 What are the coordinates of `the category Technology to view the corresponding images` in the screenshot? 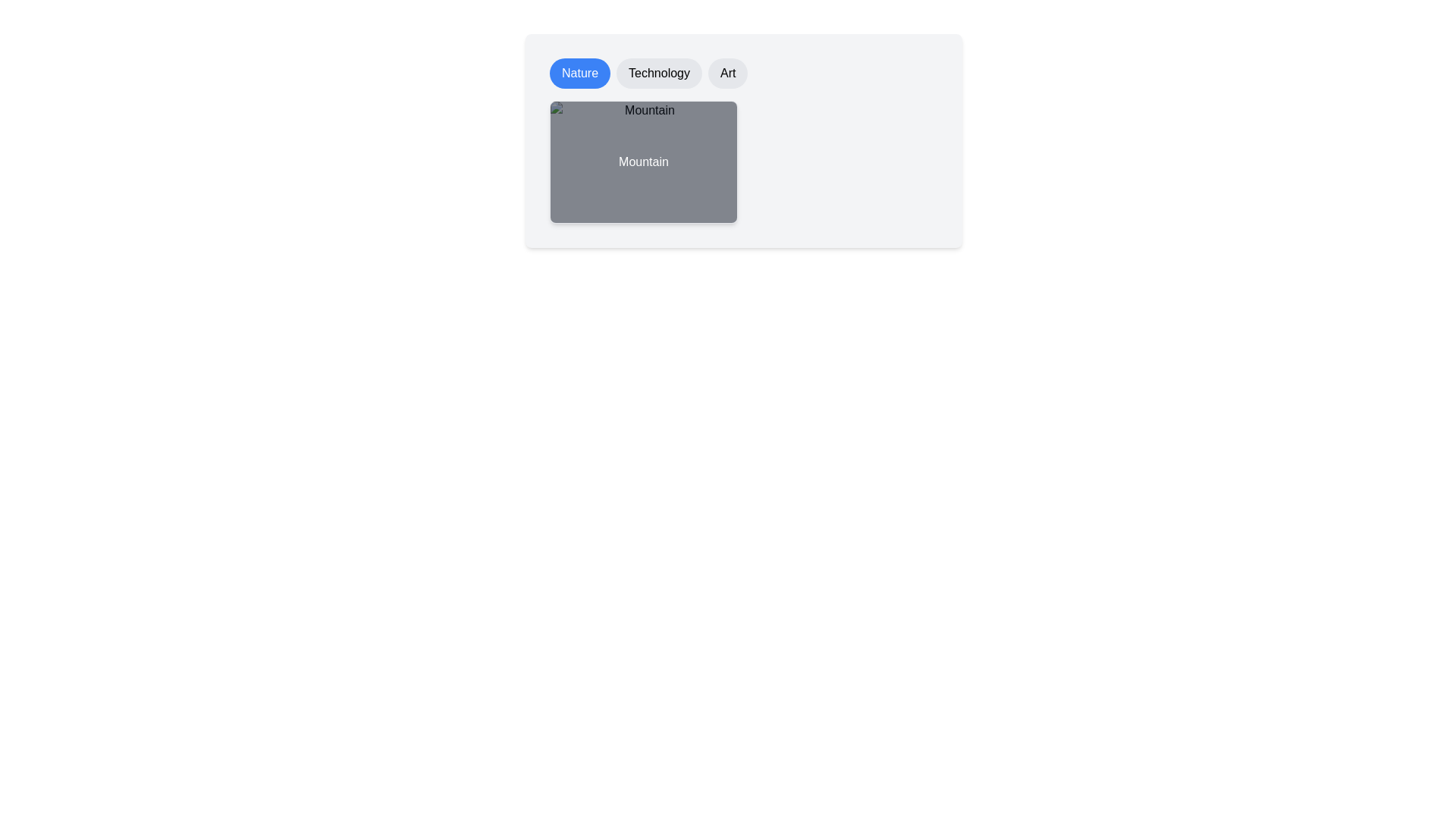 It's located at (658, 73).